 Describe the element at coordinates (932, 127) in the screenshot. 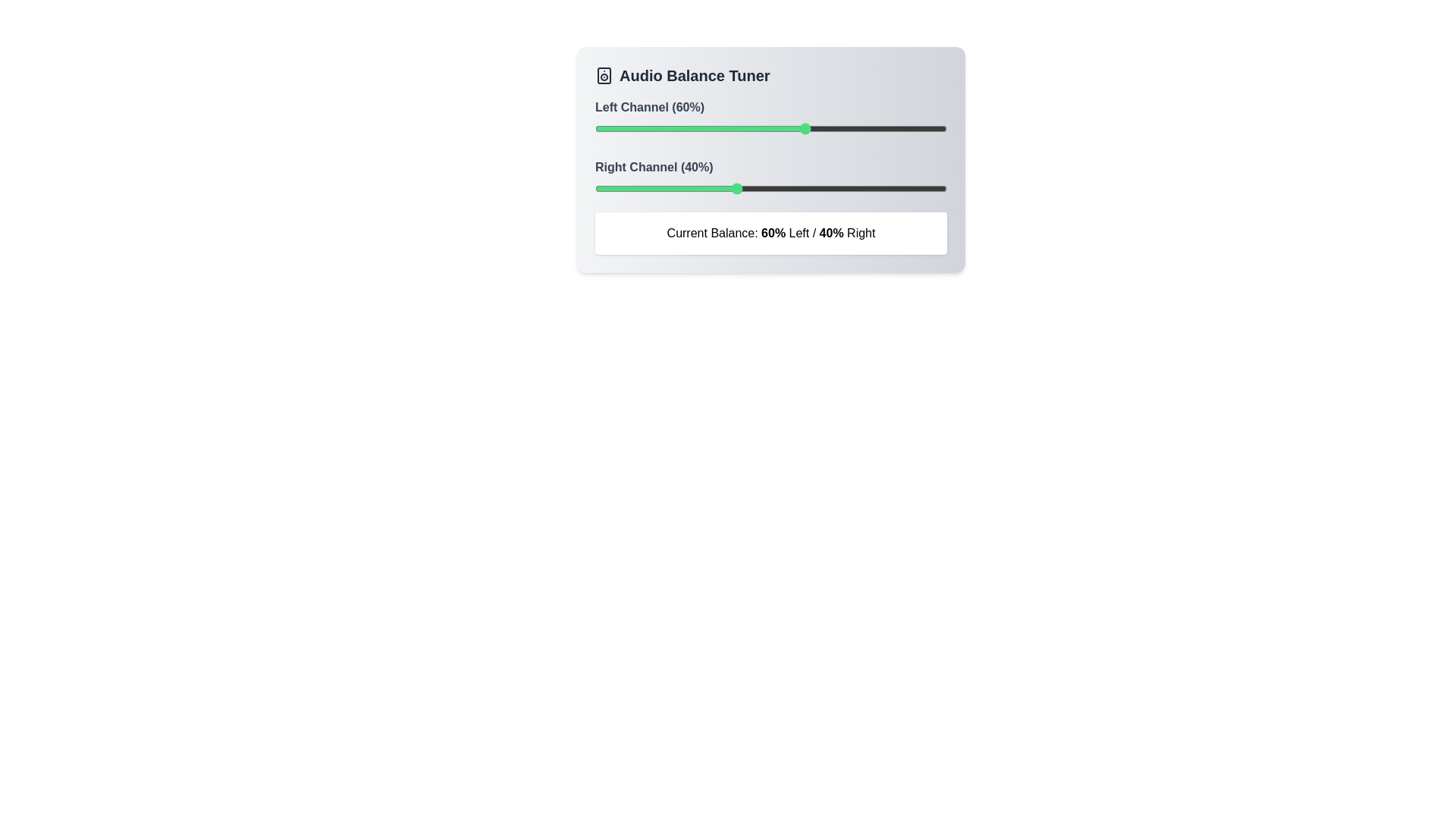

I see `the left channel balance to 96% using the slider` at that location.